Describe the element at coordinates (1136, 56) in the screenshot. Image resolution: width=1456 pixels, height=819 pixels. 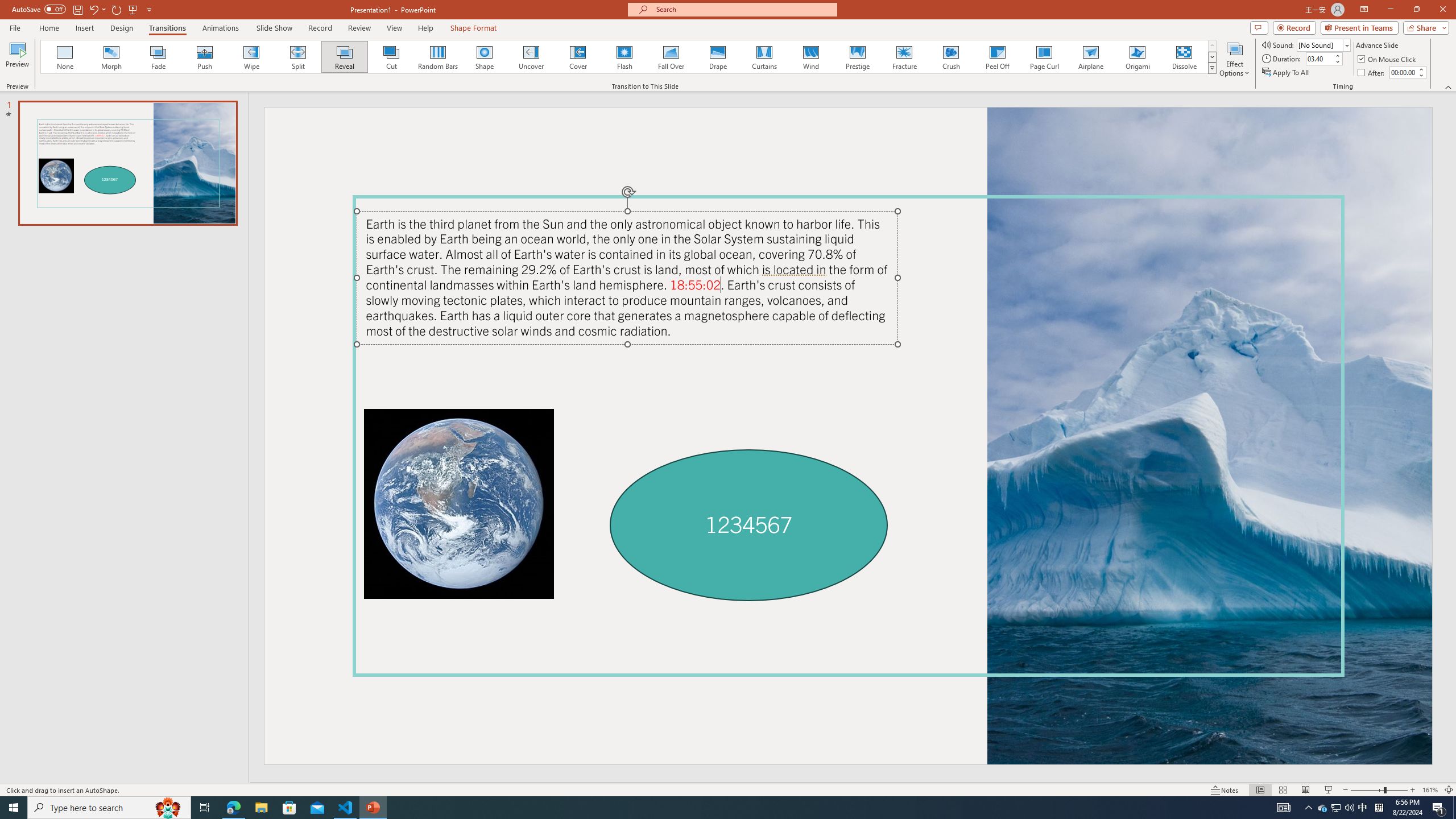
I see `'Origami'` at that location.